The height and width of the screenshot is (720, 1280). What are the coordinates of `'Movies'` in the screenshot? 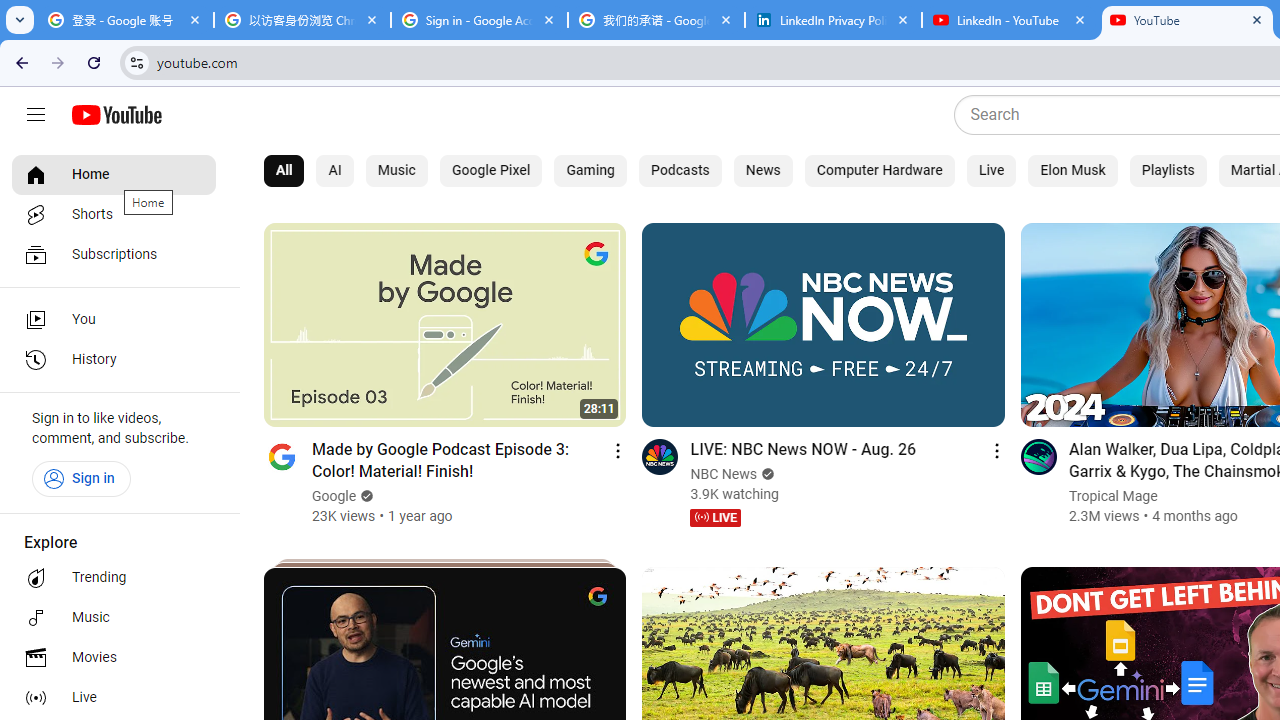 It's located at (112, 658).